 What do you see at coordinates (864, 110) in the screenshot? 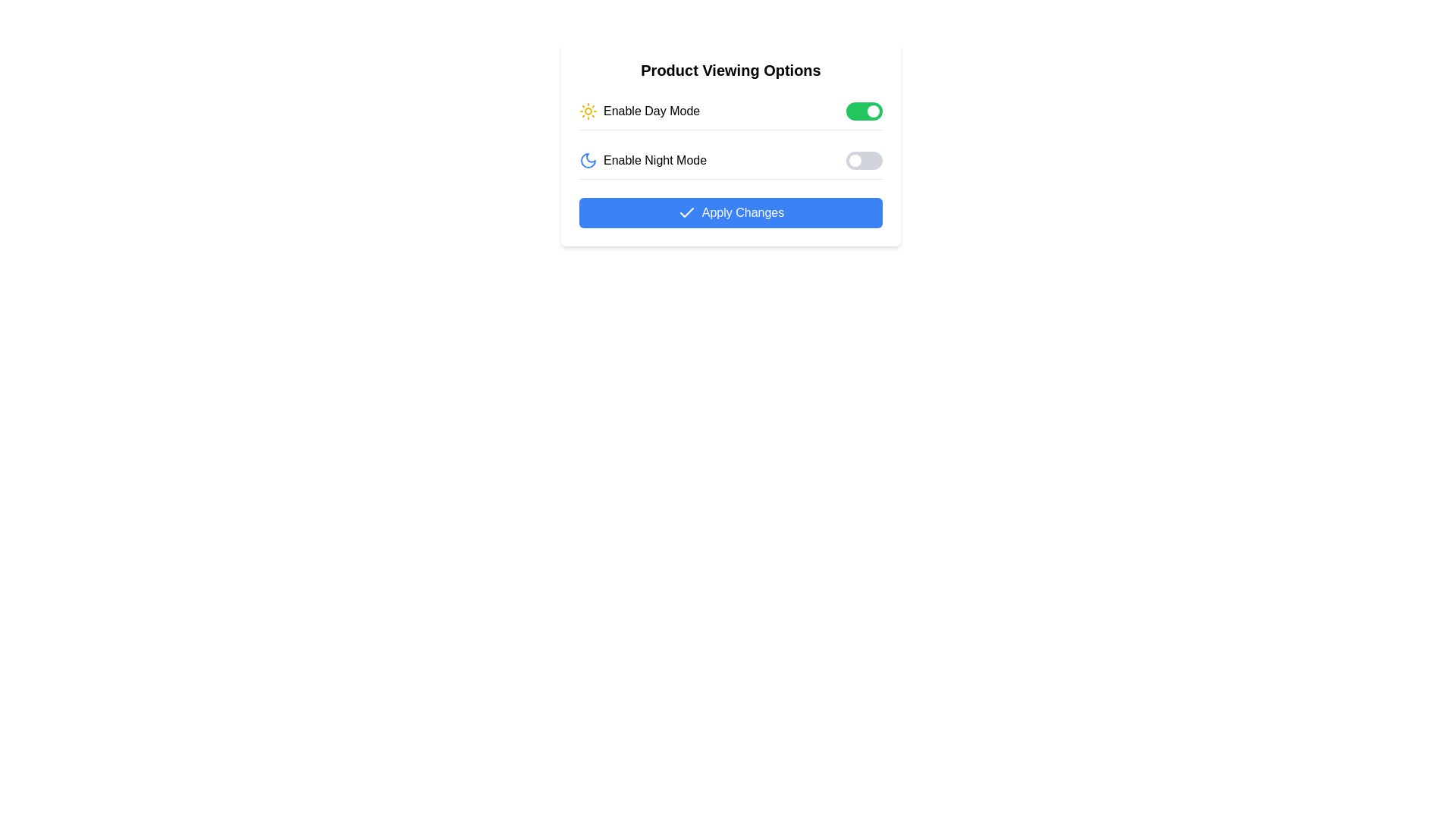
I see `the toggle switch with a green background and a white sliding circle, located to the right of the 'Enable Day Mode' label in the 'Product Viewing Options' section, to change its state` at bounding box center [864, 110].